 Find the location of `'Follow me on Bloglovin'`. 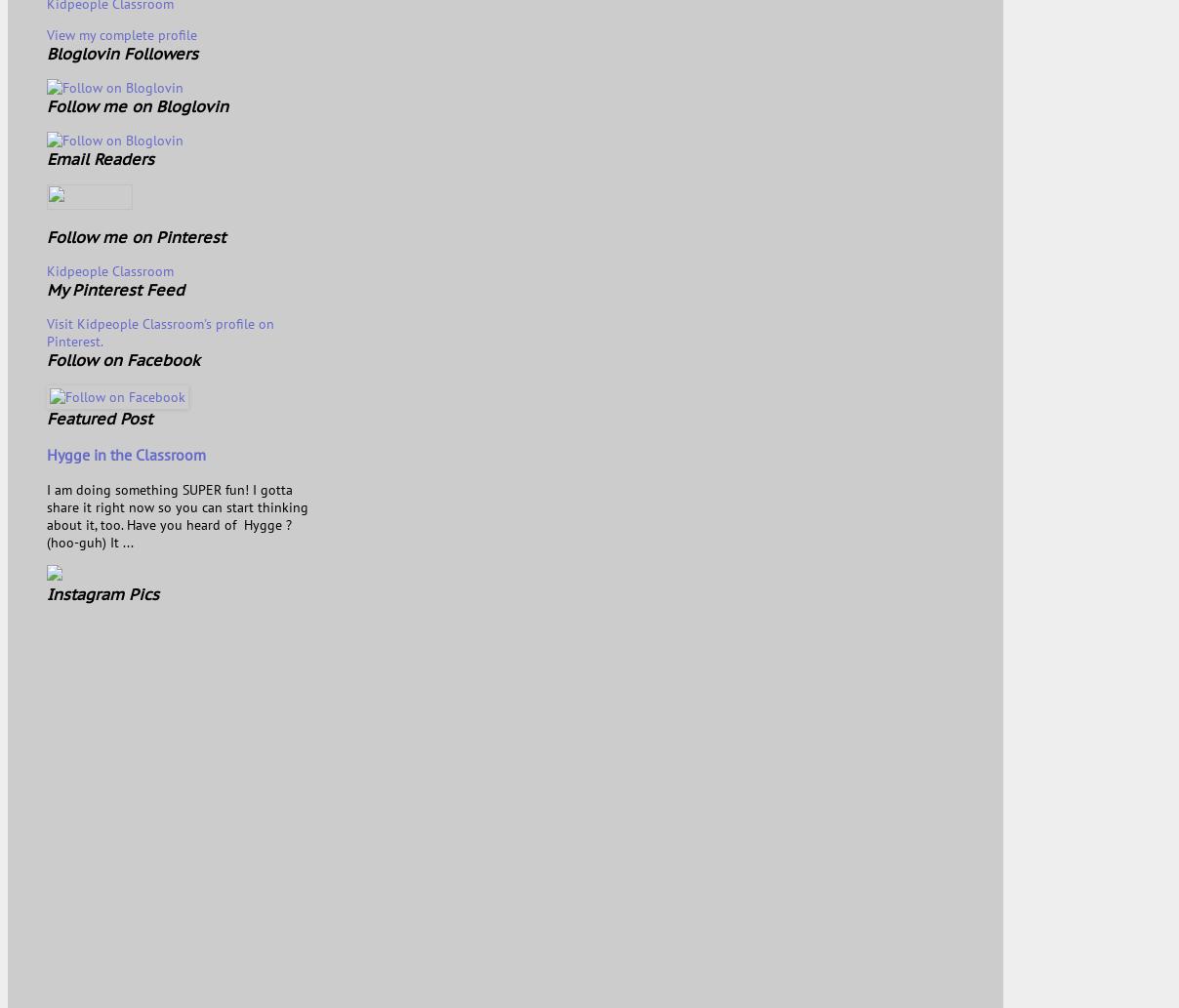

'Follow me on Bloglovin' is located at coordinates (45, 104).